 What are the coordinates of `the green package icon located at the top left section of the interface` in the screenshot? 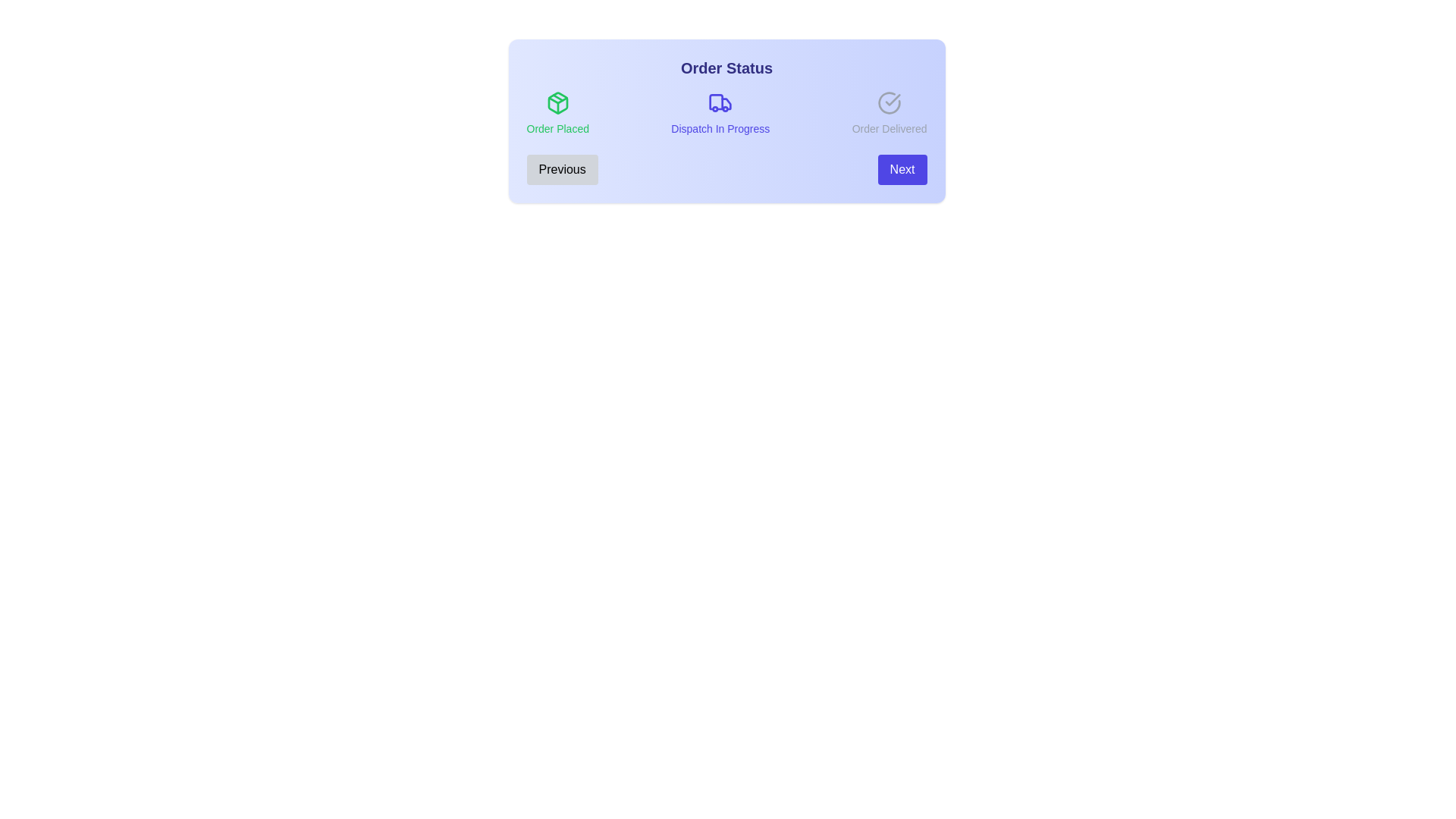 It's located at (557, 102).